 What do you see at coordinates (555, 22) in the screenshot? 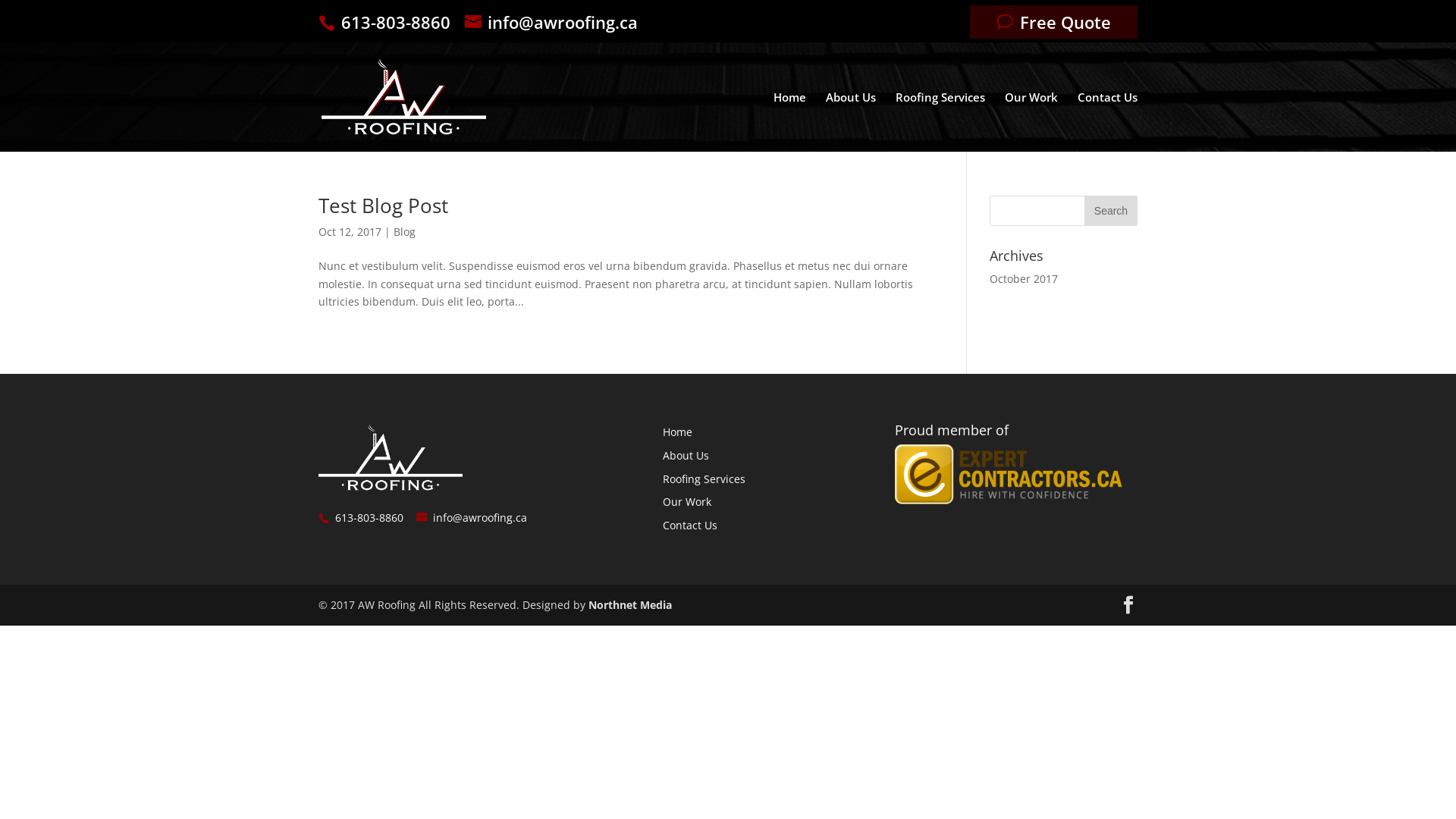
I see `'info@awroofing.ca'` at bounding box center [555, 22].